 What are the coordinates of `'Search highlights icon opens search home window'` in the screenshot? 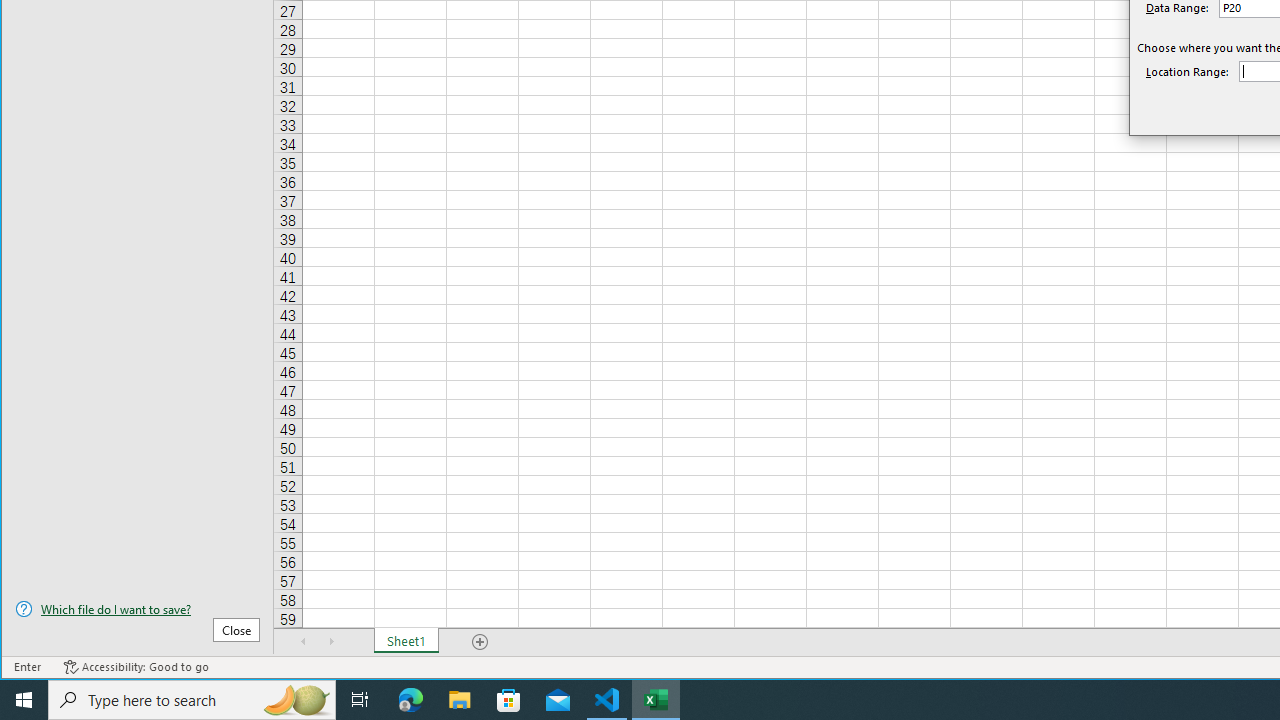 It's located at (294, 698).